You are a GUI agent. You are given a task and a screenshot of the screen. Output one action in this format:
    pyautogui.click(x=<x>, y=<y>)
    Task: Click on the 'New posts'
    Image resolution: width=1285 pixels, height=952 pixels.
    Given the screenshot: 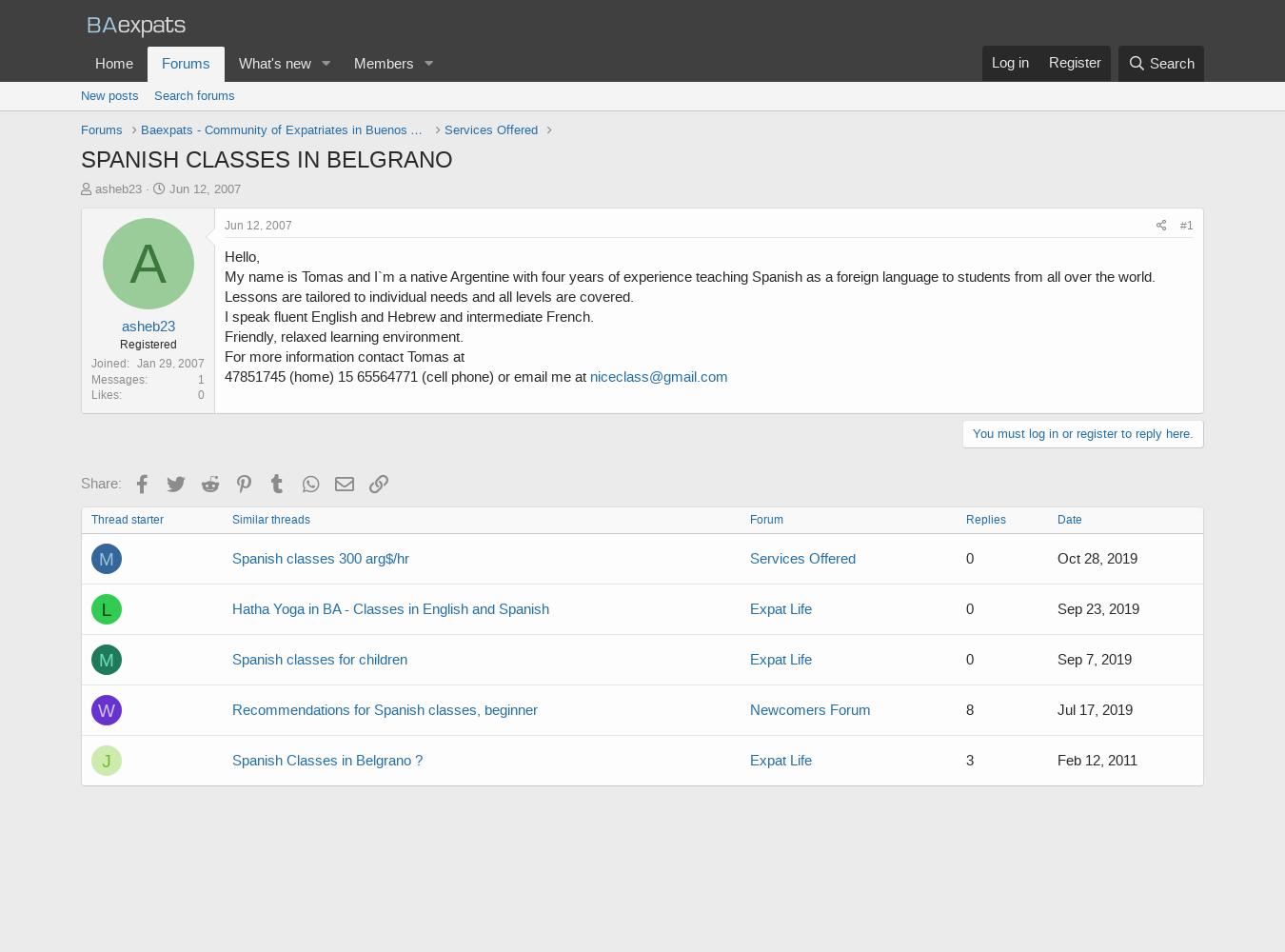 What is the action you would take?
    pyautogui.click(x=109, y=94)
    